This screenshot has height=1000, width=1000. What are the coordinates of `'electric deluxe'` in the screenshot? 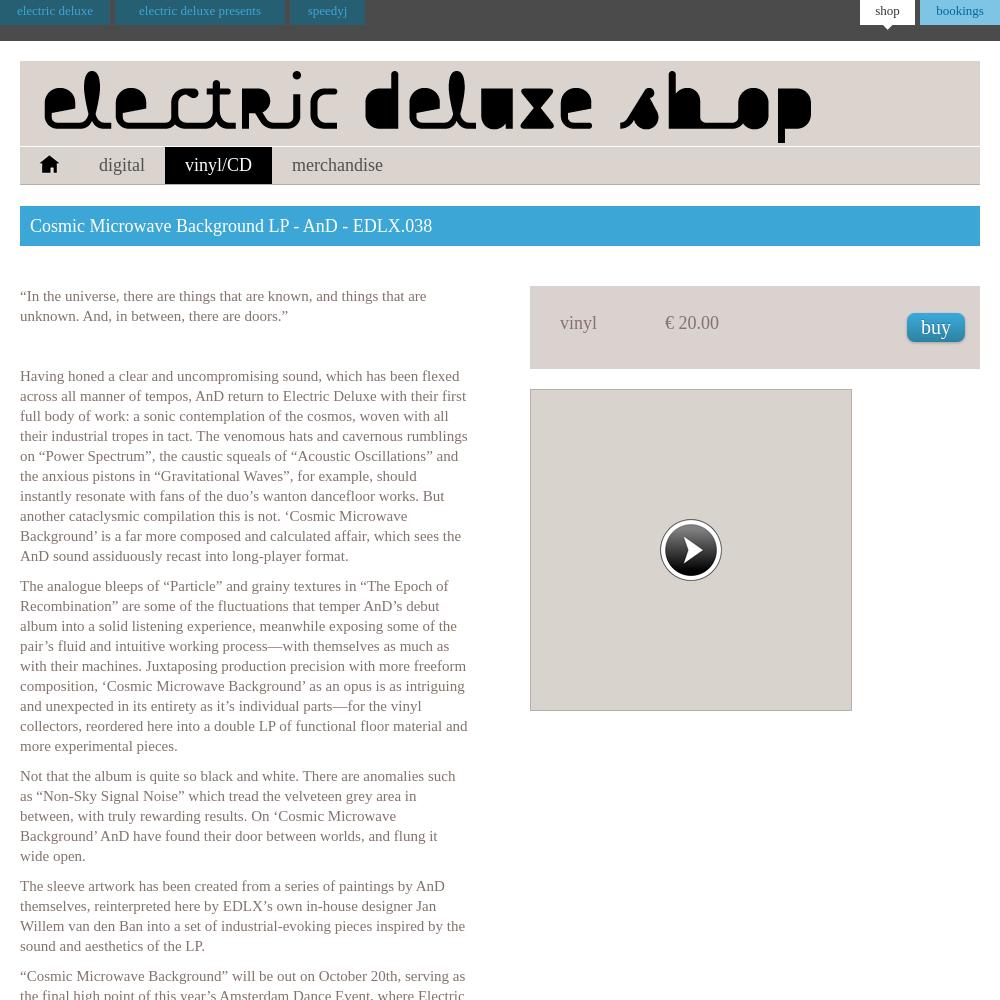 It's located at (54, 10).